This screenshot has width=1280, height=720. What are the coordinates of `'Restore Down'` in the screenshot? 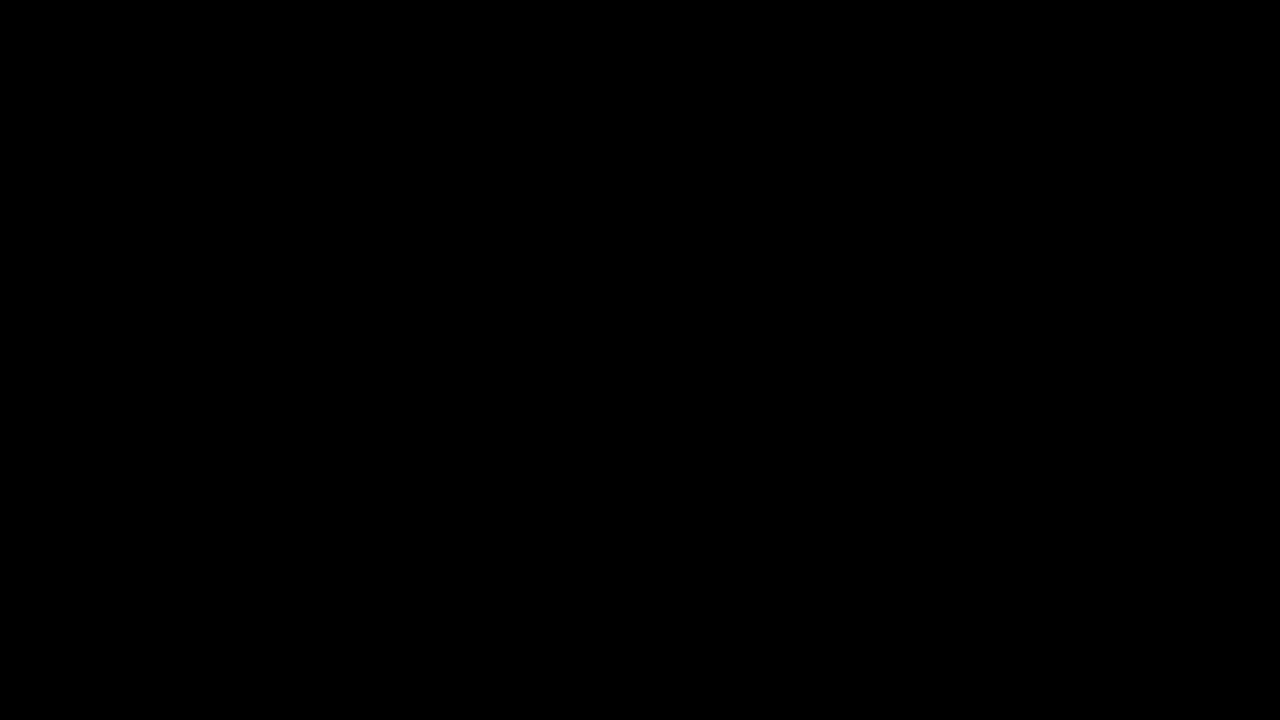 It's located at (1209, 15).